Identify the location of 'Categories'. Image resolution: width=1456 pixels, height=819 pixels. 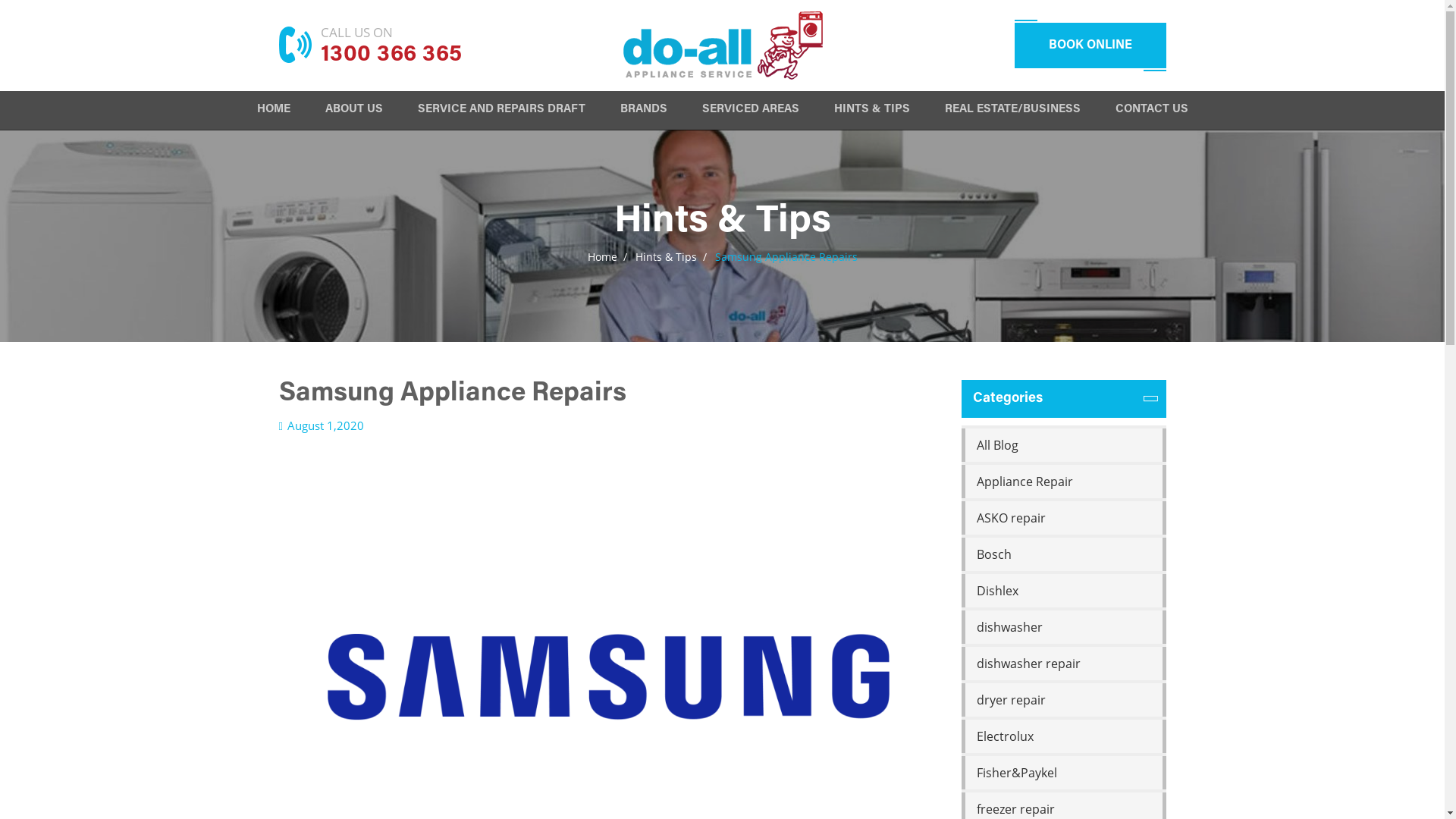
(1062, 397).